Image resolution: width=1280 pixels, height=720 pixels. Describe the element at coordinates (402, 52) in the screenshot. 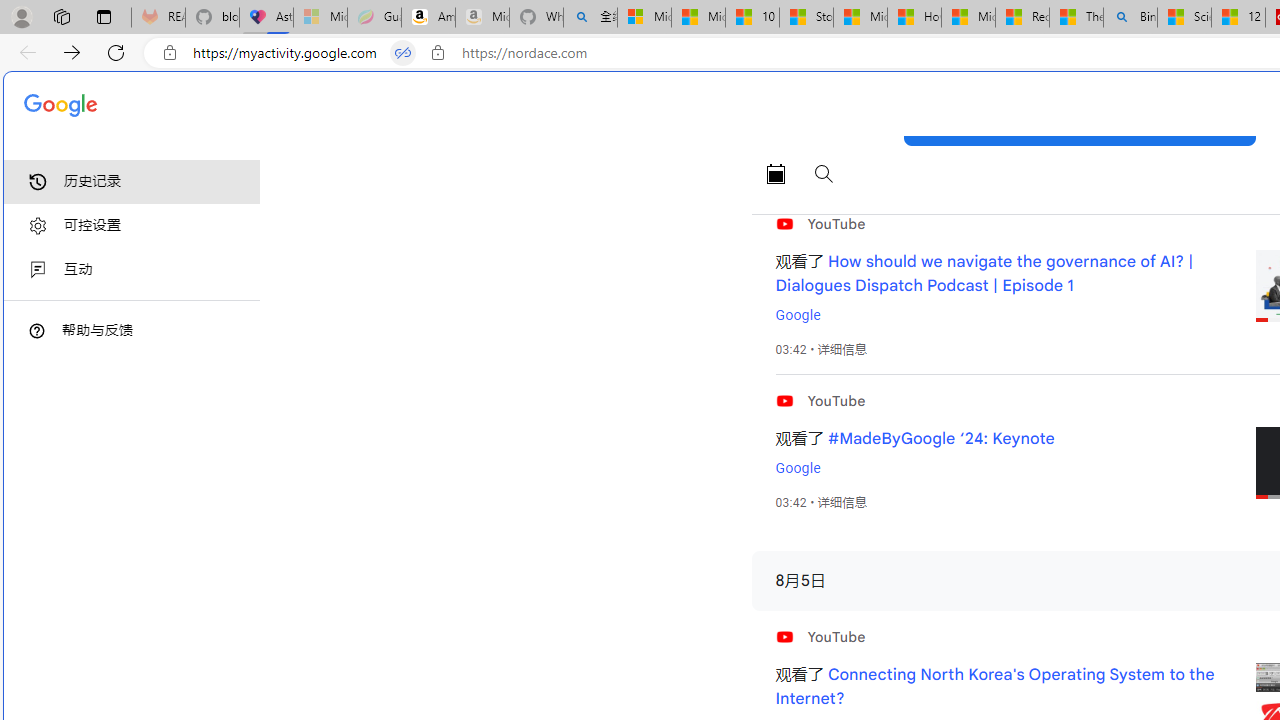

I see `'Tabs in split screen'` at that location.